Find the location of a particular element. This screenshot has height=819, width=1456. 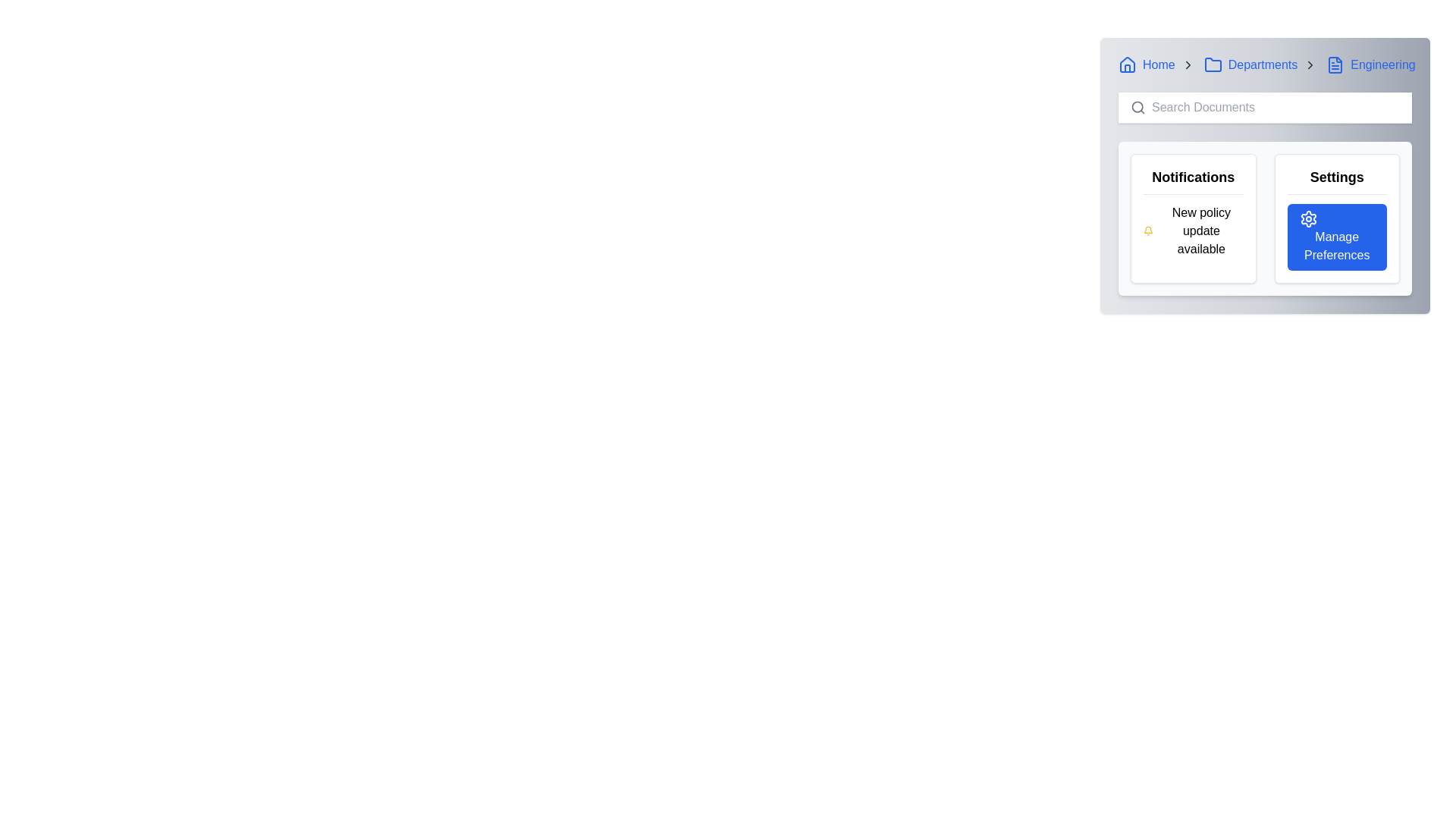

the document-like blue icon at the end of the breadcrumb navigation bar is located at coordinates (1335, 64).